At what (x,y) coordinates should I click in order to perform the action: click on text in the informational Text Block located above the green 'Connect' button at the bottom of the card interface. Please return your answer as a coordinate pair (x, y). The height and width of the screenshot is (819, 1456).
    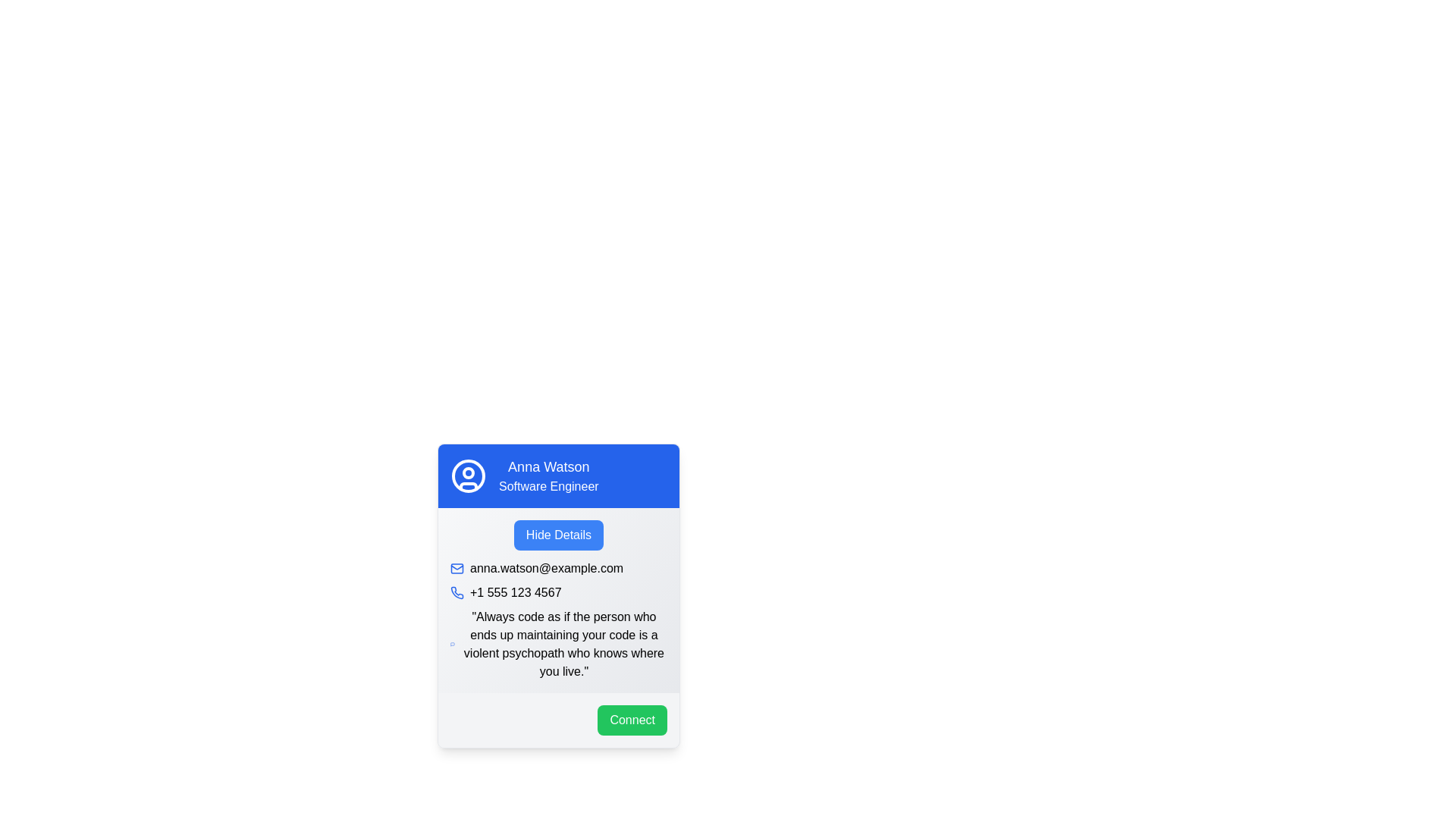
    Looking at the image, I should click on (563, 644).